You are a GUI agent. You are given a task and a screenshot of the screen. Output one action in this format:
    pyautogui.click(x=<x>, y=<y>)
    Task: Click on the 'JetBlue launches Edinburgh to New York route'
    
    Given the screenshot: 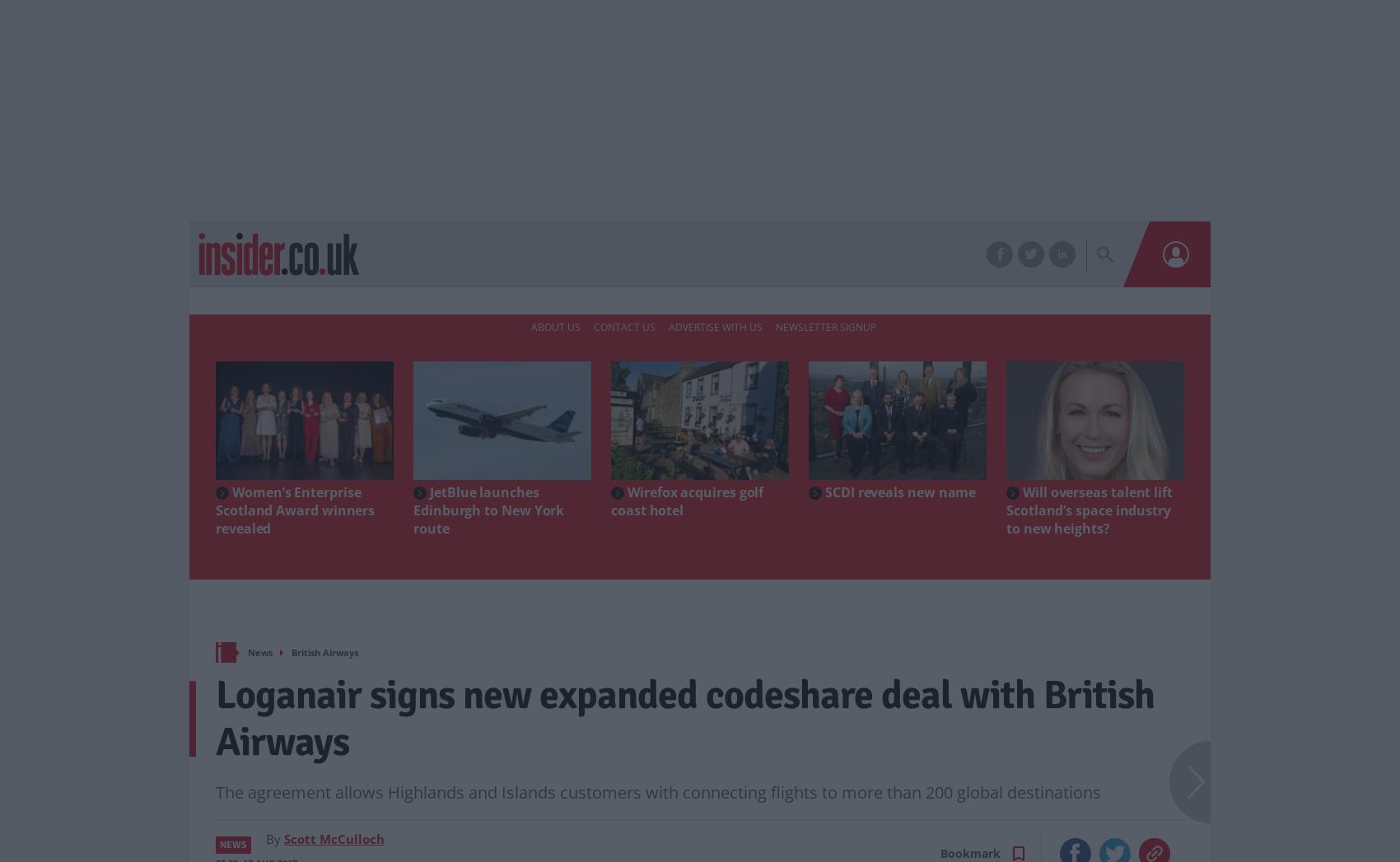 What is the action you would take?
    pyautogui.click(x=413, y=508)
    